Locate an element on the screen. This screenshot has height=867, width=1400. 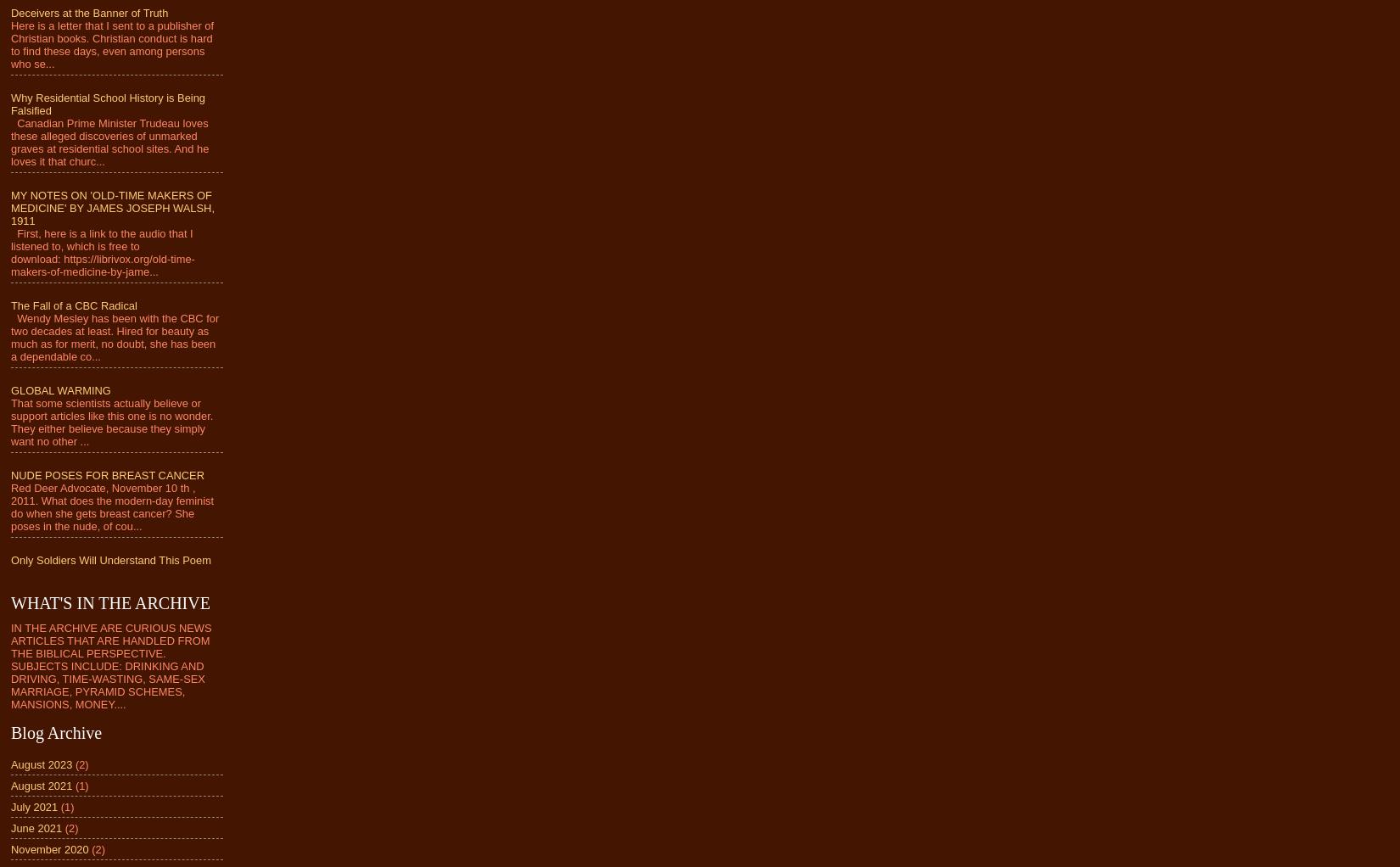
'Only Soldiers Will Understand This Poem' is located at coordinates (110, 559).